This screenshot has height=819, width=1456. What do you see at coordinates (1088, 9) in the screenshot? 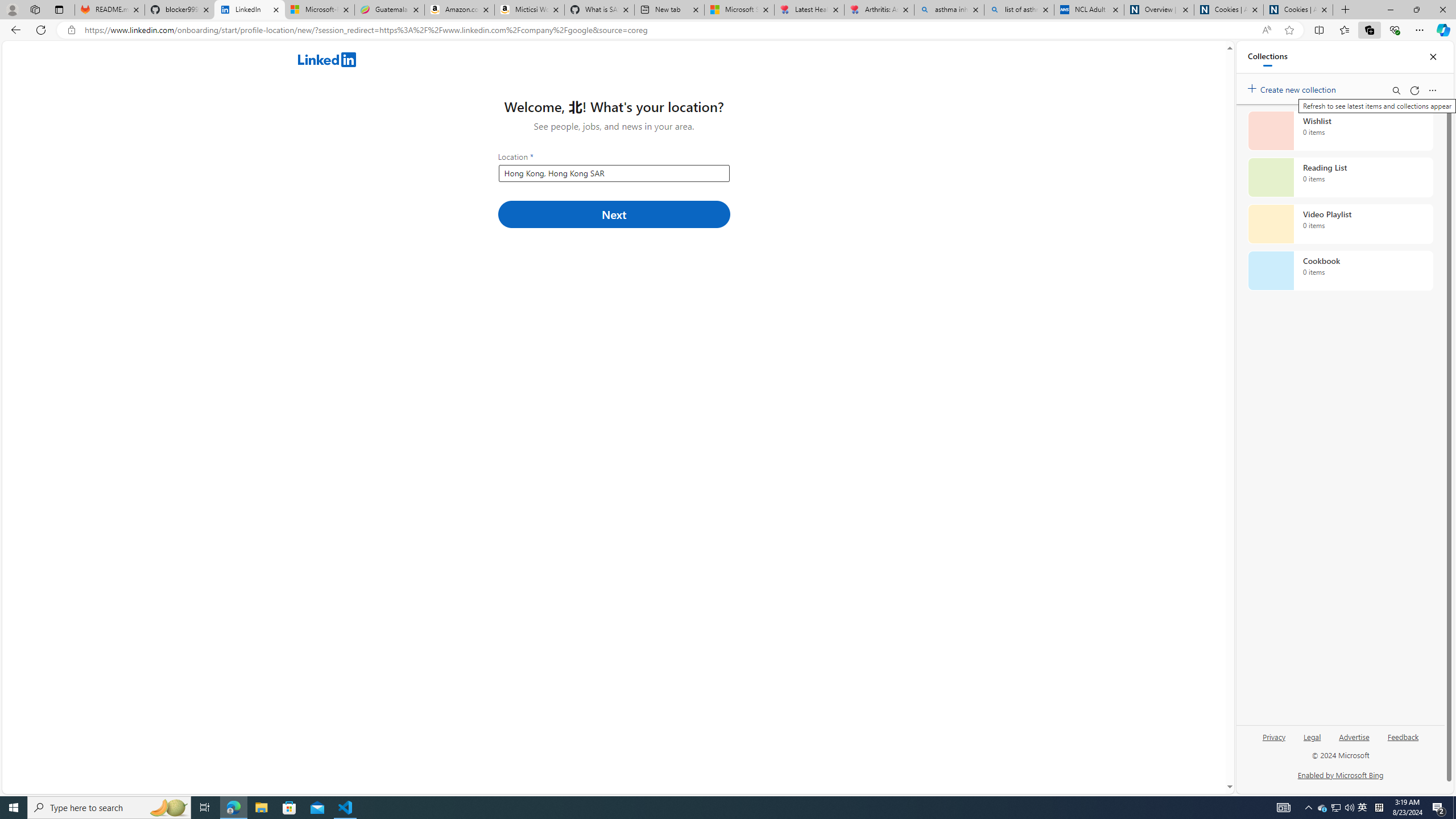
I see `'NCL Adult Asthma Inhaler Choice Guideline'` at bounding box center [1088, 9].